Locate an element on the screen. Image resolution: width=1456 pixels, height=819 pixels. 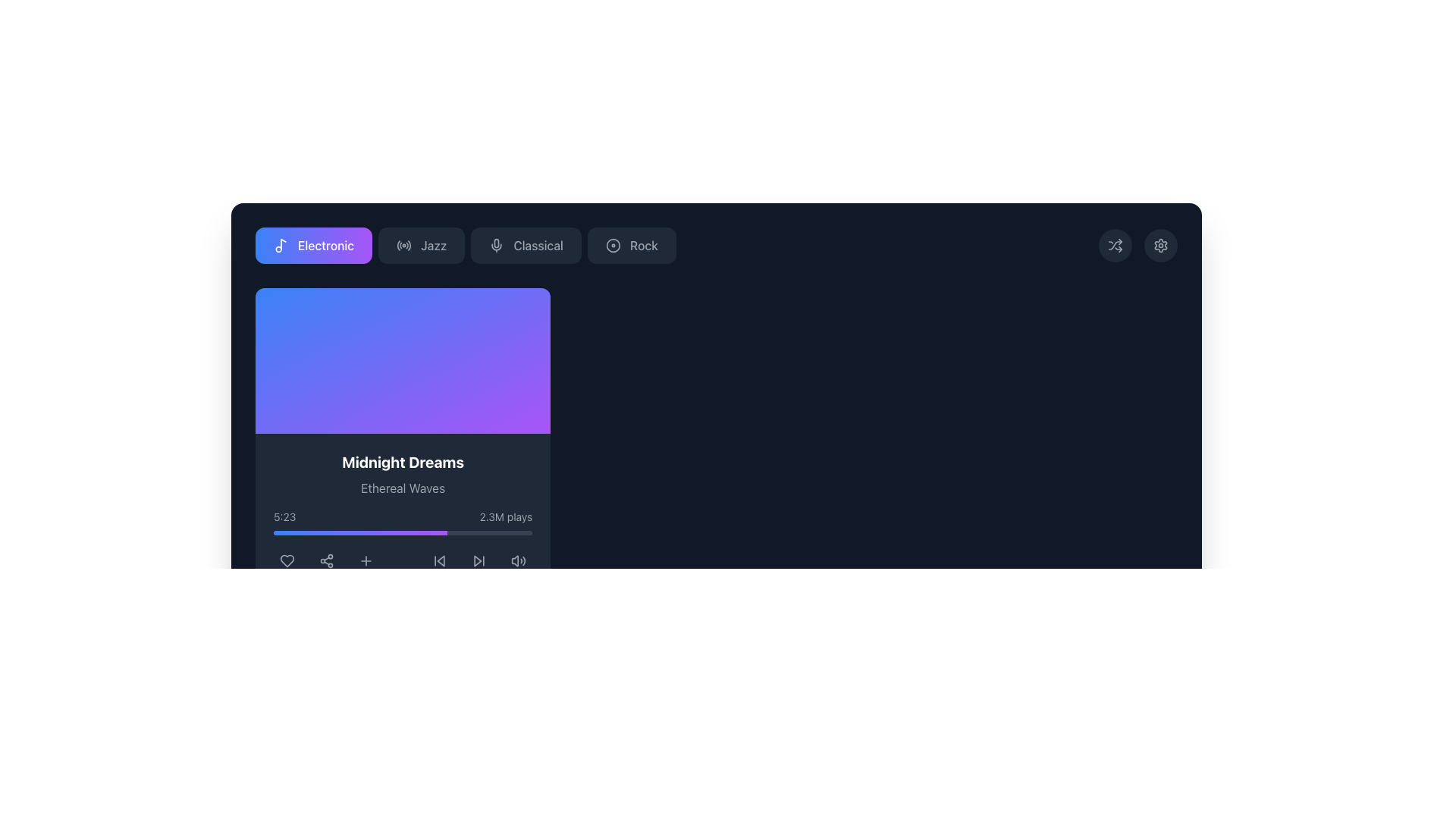
the Button group located in the top section of the interface is located at coordinates (465, 245).